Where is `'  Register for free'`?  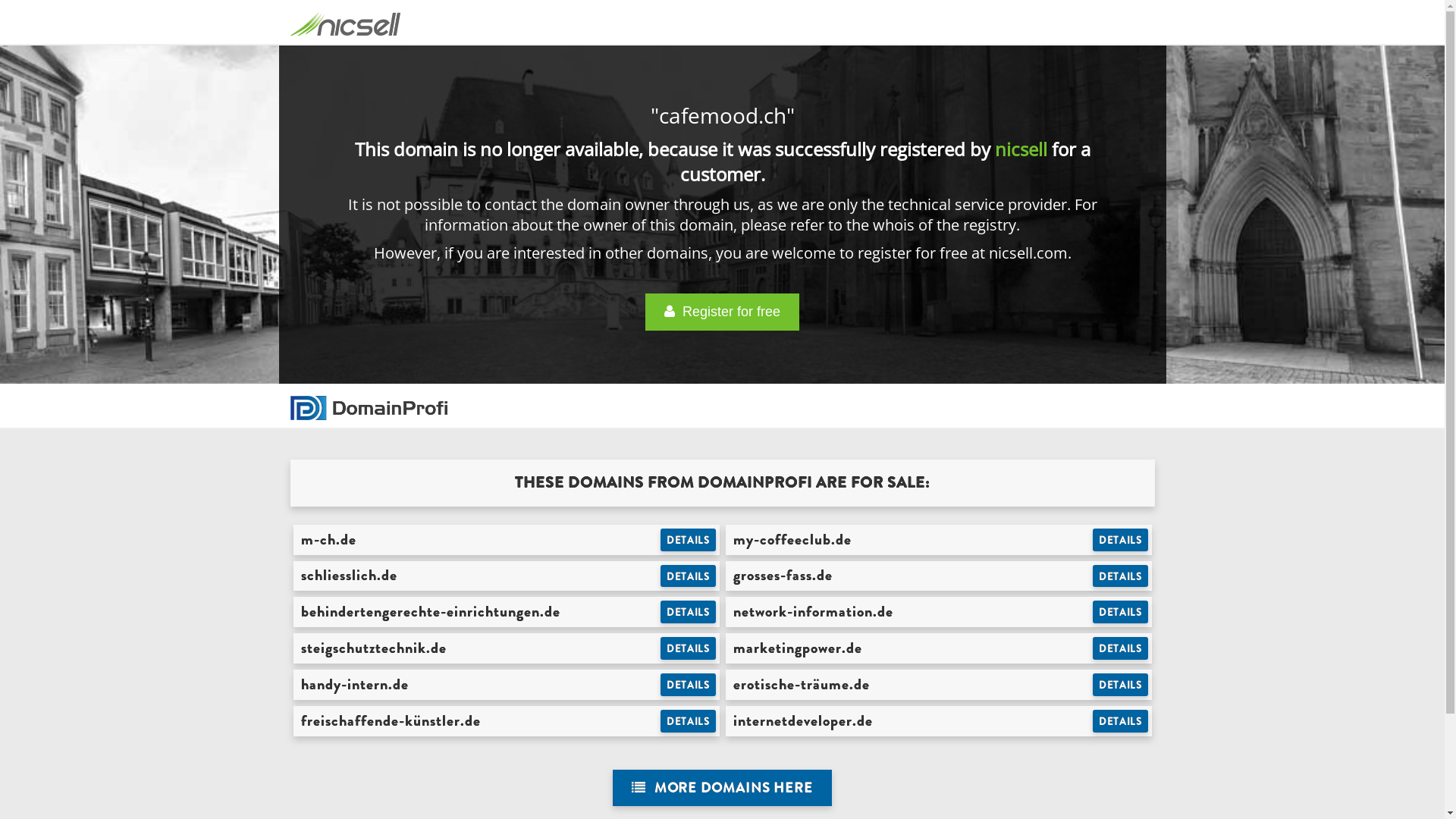 '  Register for free' is located at coordinates (721, 311).